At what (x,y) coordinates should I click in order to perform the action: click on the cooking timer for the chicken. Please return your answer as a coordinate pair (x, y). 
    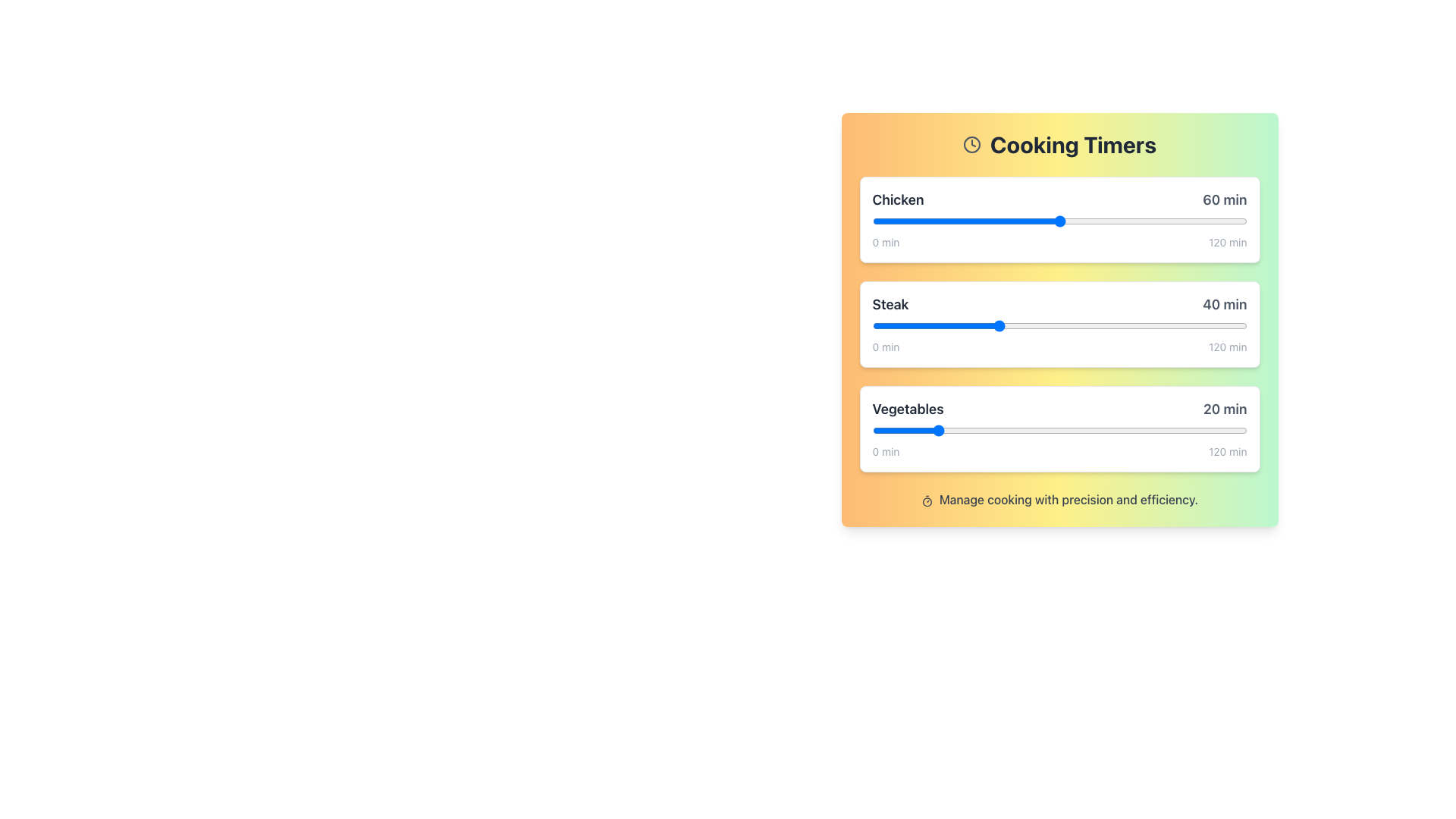
    Looking at the image, I should click on (1022, 221).